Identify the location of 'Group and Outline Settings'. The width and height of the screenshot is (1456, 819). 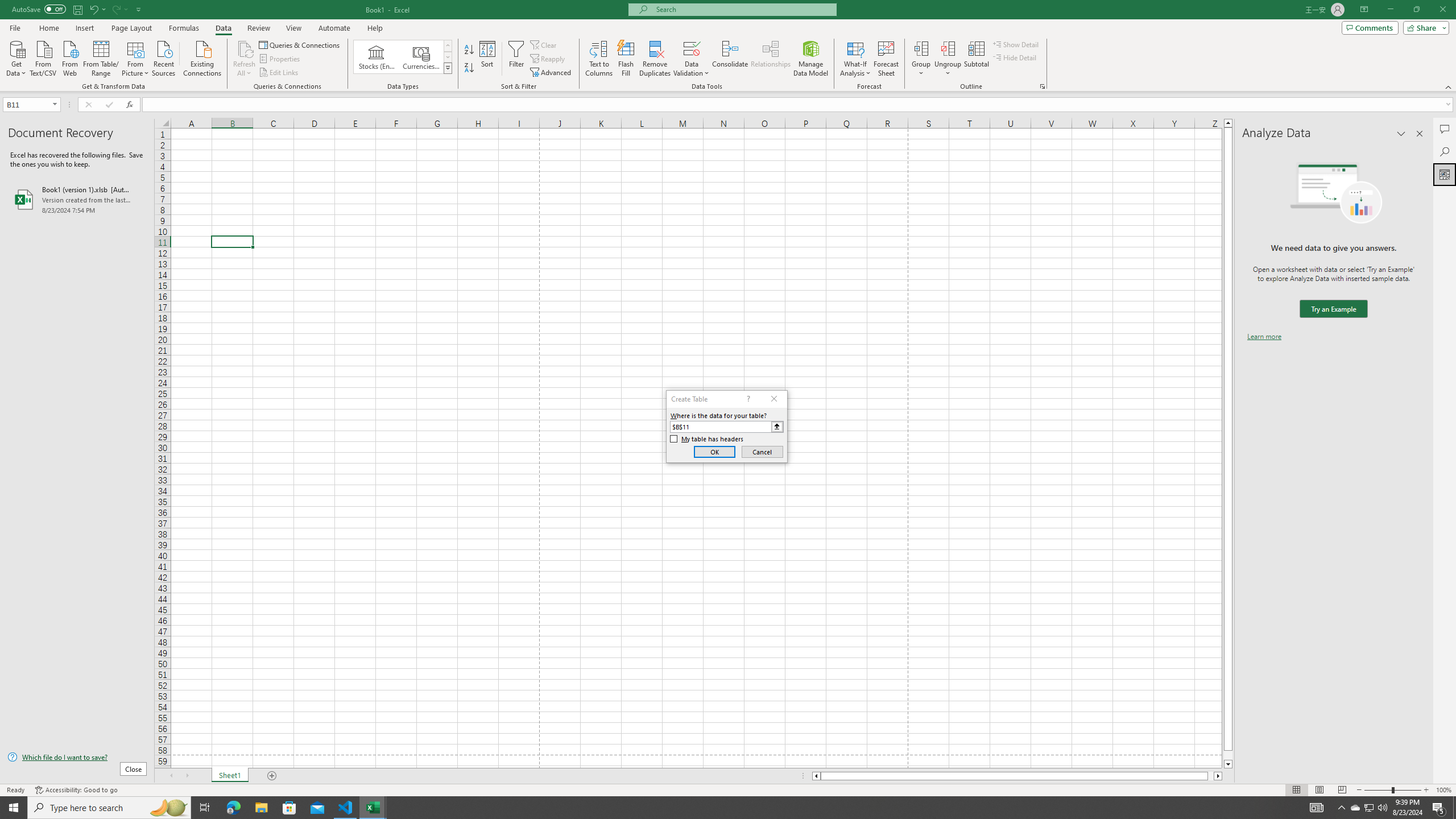
(1041, 85).